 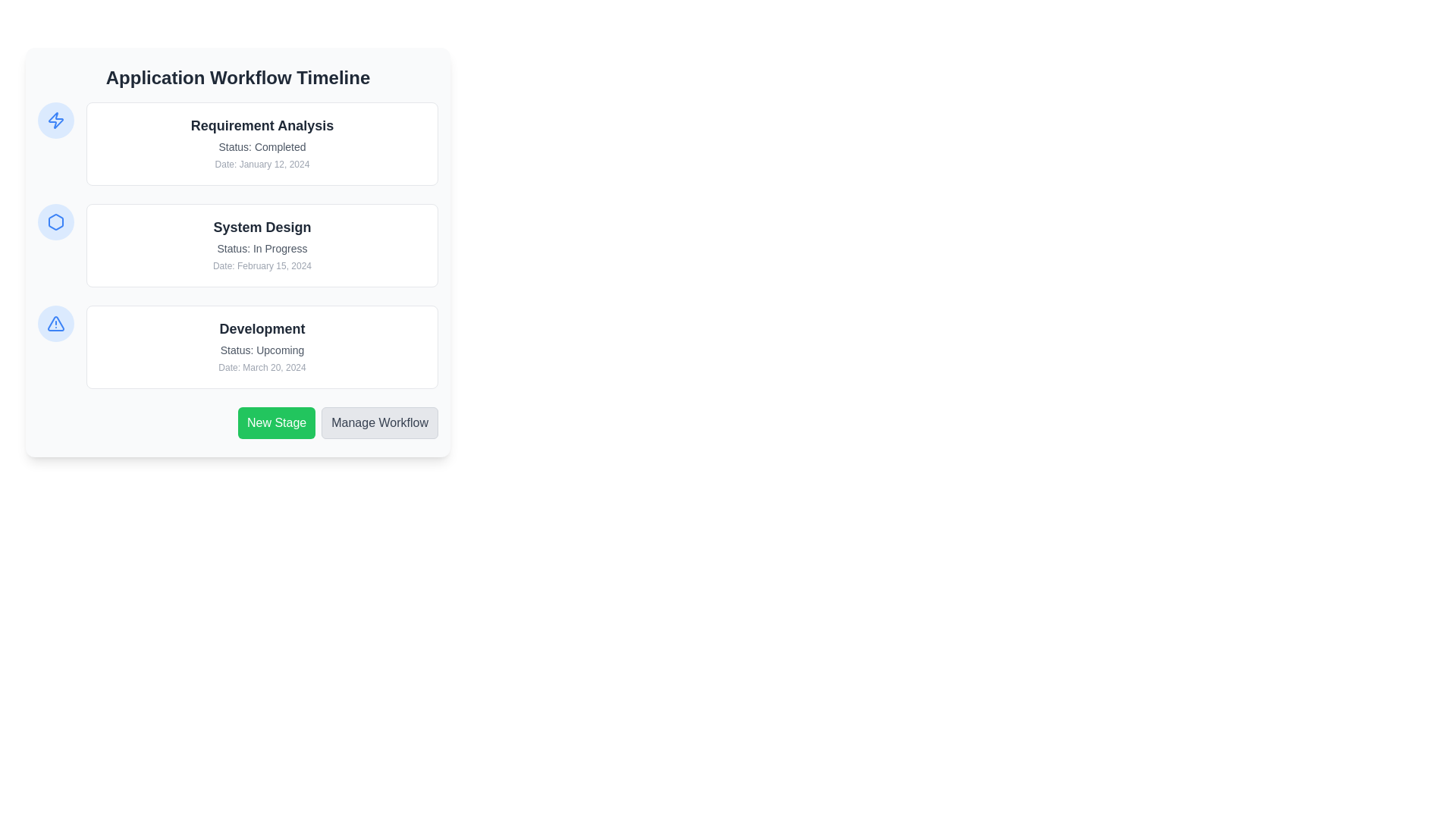 I want to click on the 'Requirement Analysis' Content card at the top of the Application Workflow Timeline for additional info, so click(x=237, y=143).